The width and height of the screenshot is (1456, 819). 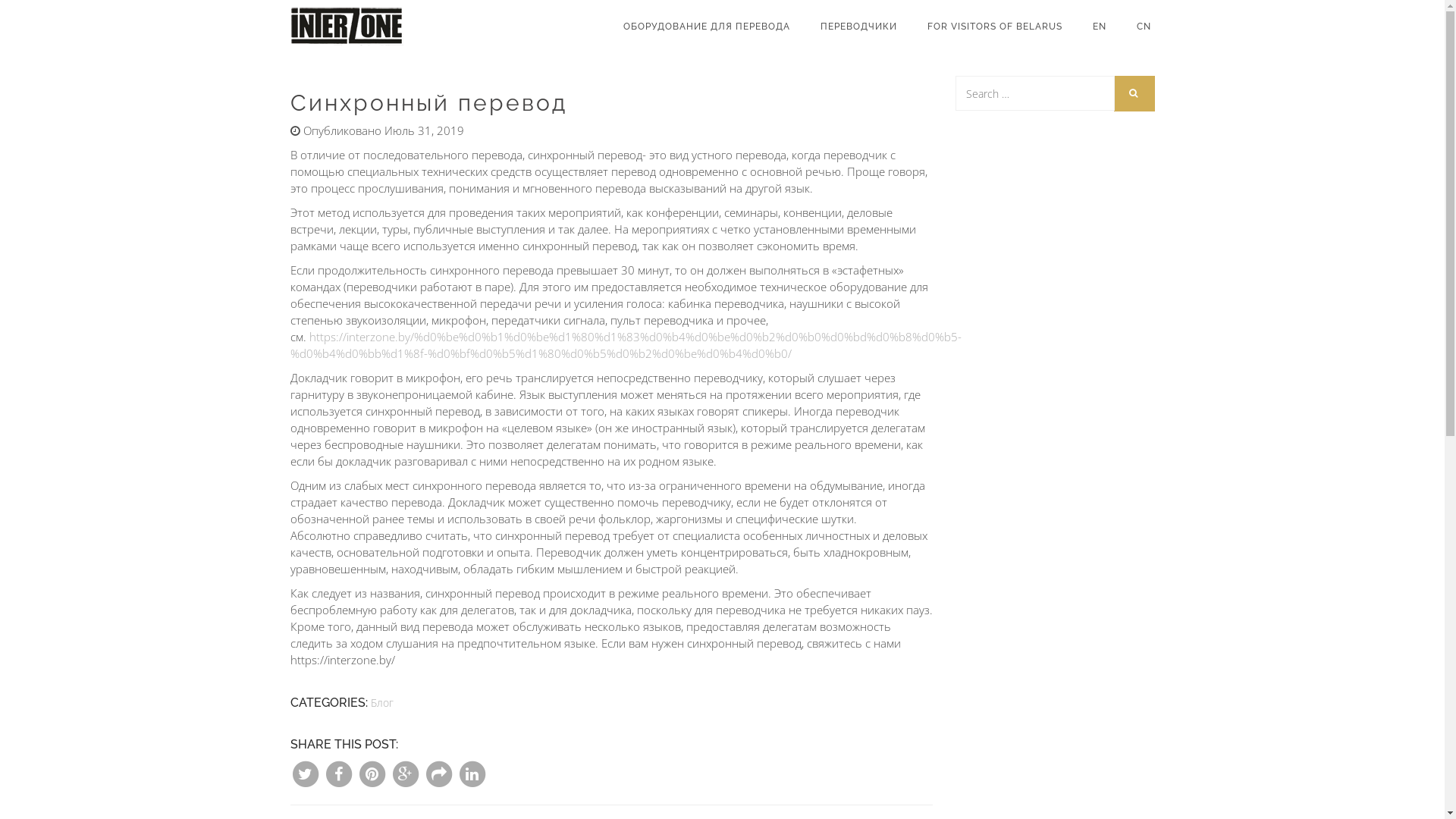 I want to click on 'FOR VISITORS OF BELARUS', so click(x=993, y=26).